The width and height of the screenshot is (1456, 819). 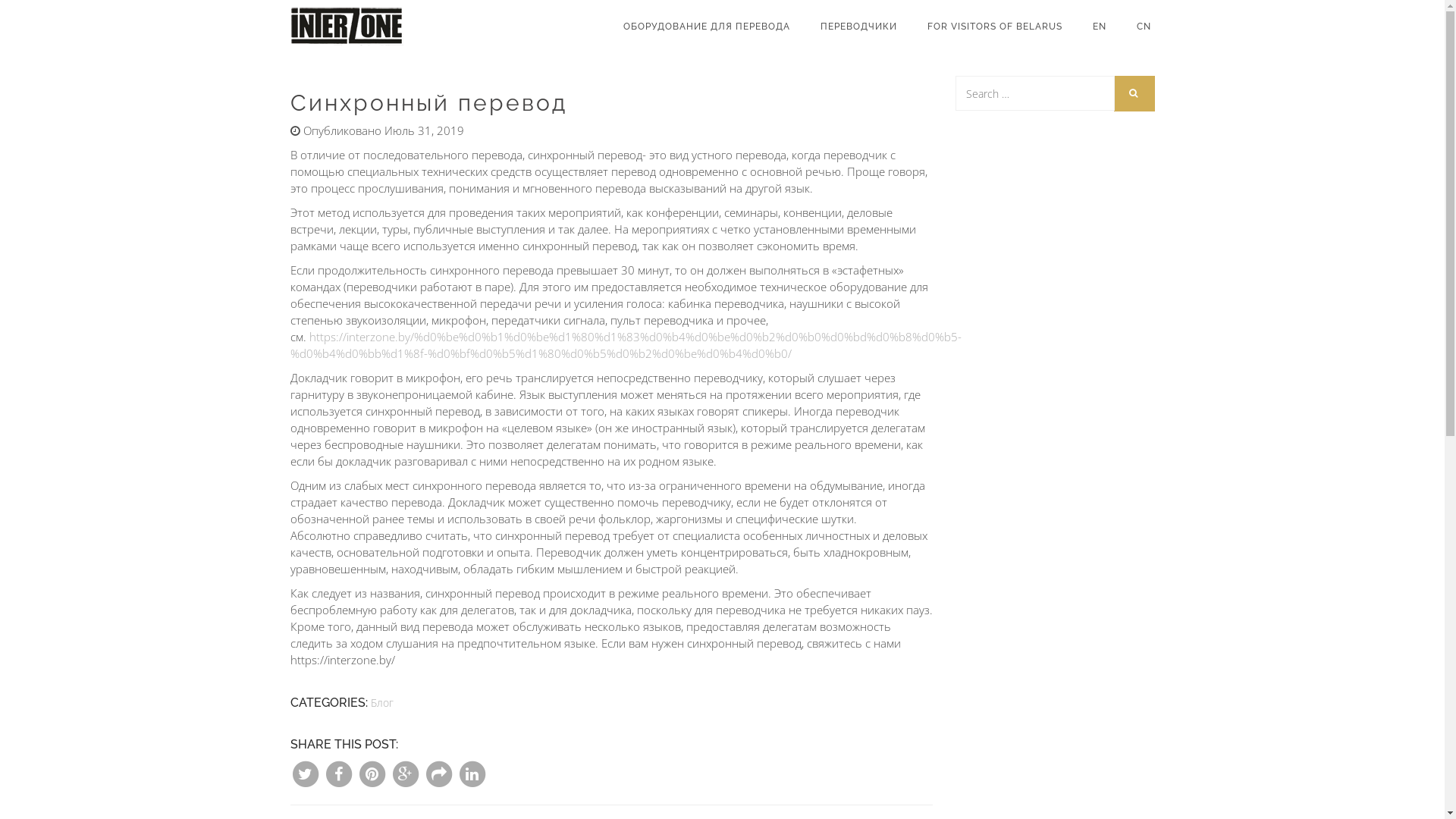 I want to click on 'FOR VISITORS OF BELARUS', so click(x=993, y=26).